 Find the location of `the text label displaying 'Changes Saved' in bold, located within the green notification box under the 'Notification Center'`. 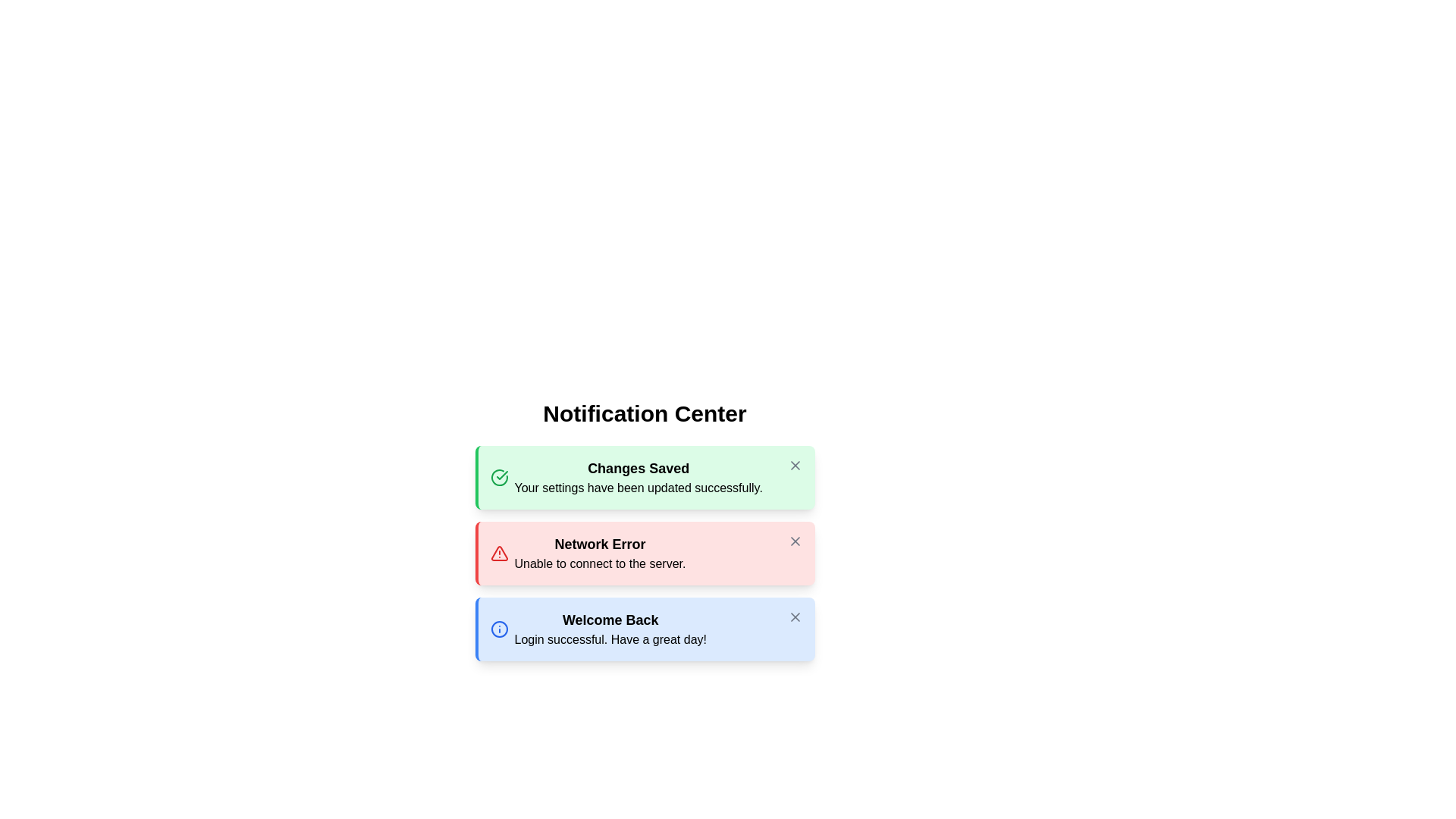

the text label displaying 'Changes Saved' in bold, located within the green notification box under the 'Notification Center' is located at coordinates (639, 467).